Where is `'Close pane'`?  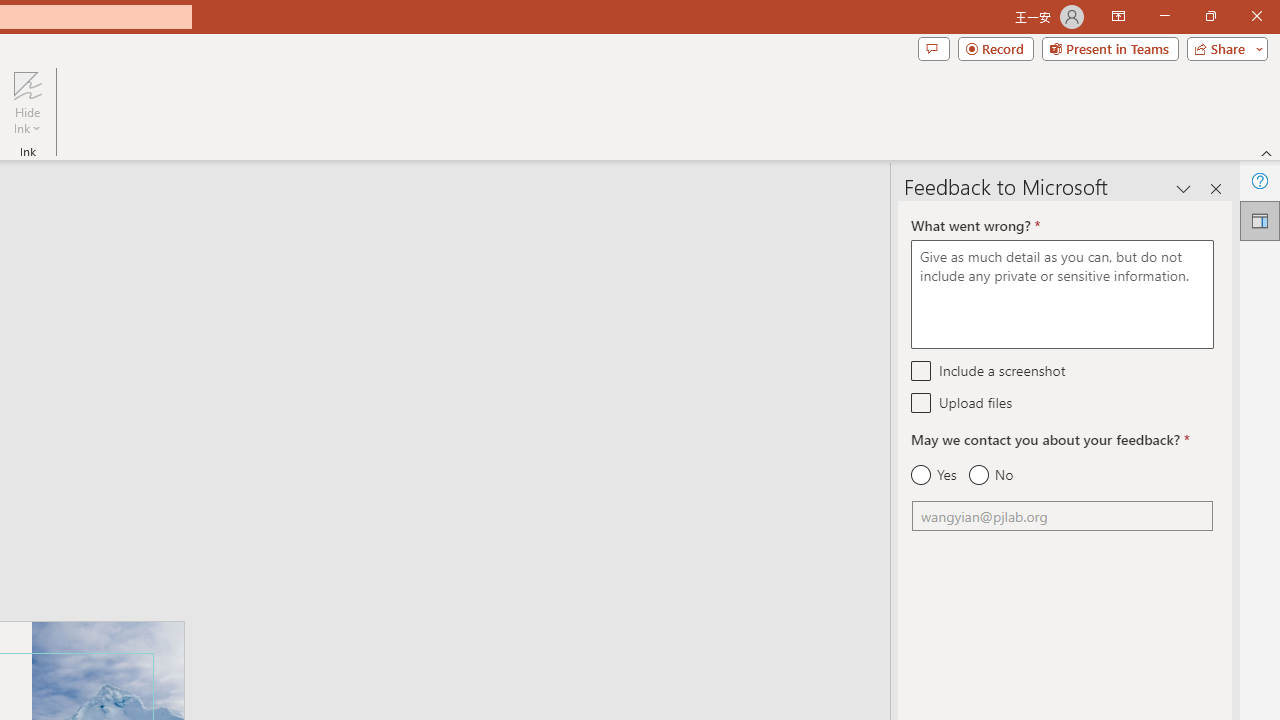 'Close pane' is located at coordinates (1215, 189).